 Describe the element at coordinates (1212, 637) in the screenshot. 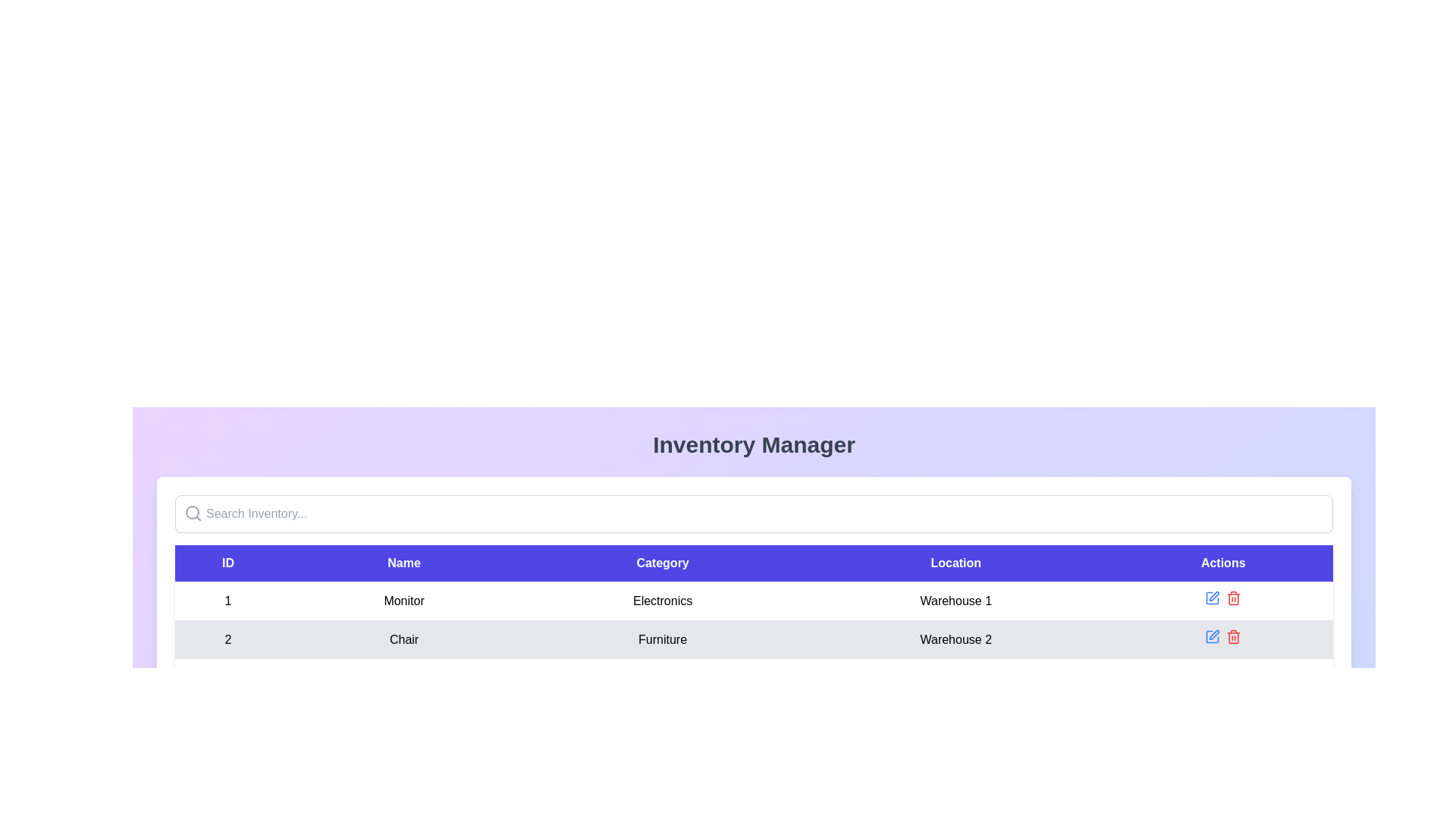

I see `the edit button icon in the Actions column of the second row for the item 'Chair' to invoke the edit operation` at that location.